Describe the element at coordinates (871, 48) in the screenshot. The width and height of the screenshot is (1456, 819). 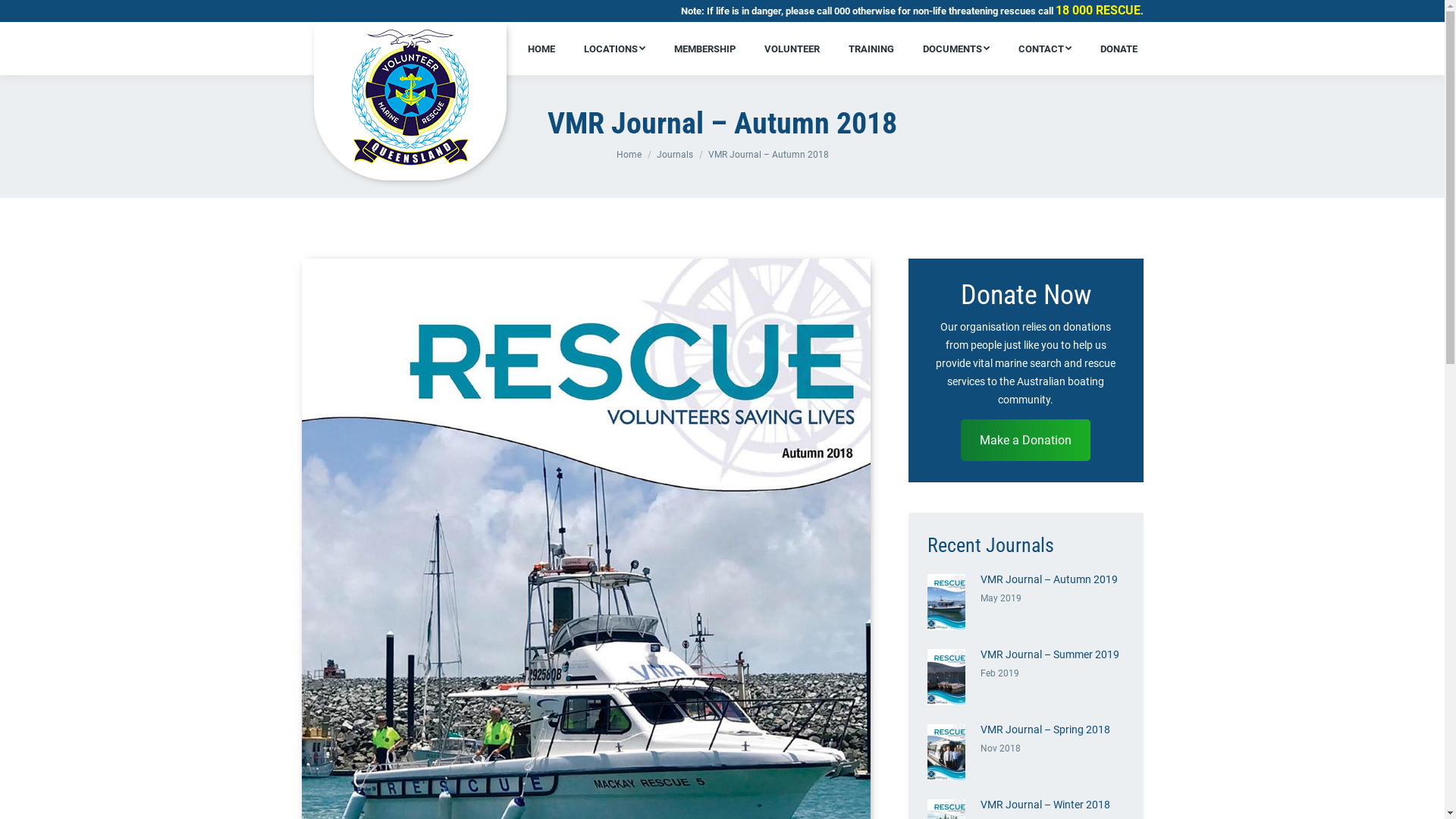
I see `'TRAINING'` at that location.